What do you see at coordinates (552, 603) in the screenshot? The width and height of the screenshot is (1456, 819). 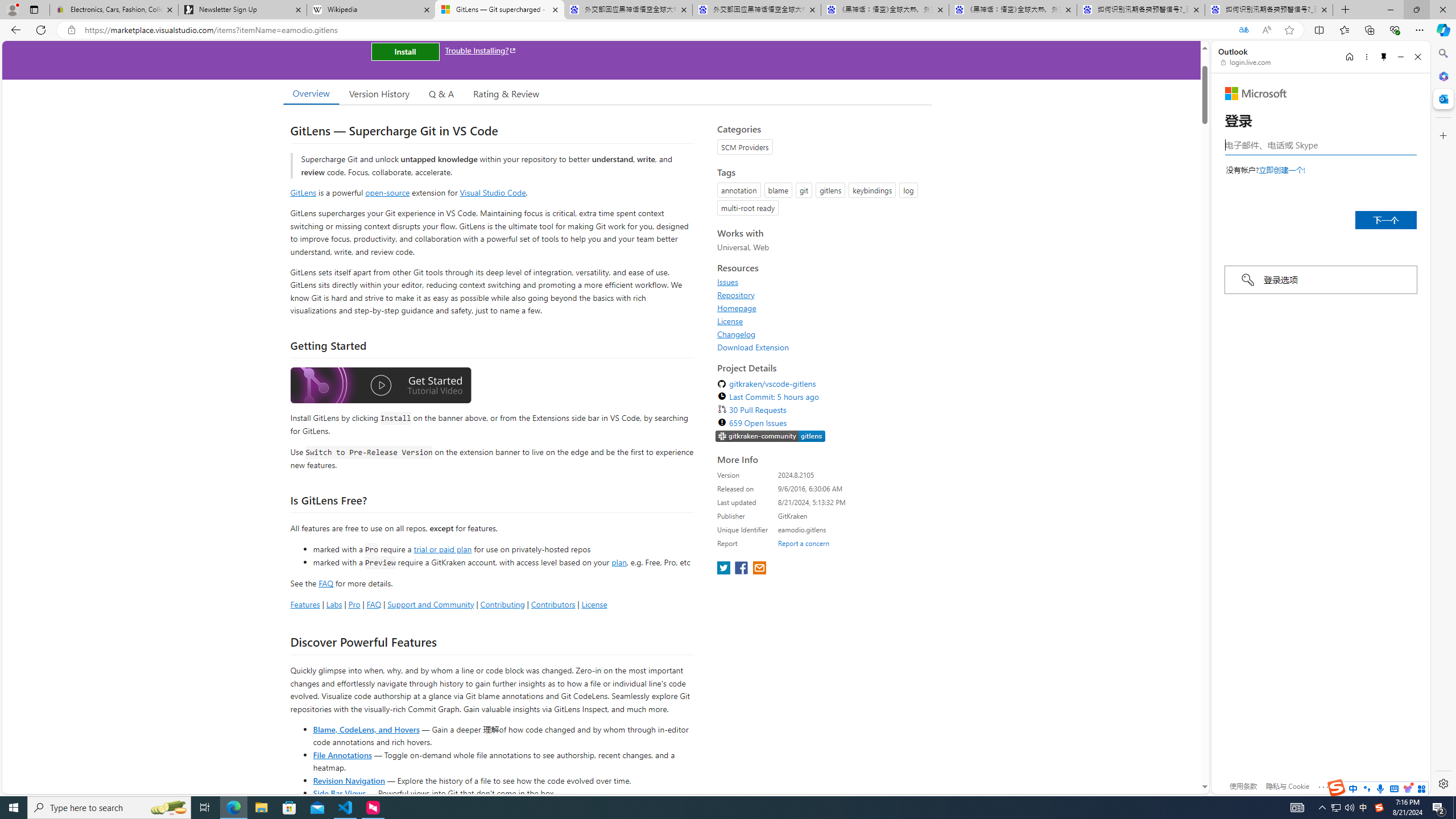 I see `'Contributors'` at bounding box center [552, 603].